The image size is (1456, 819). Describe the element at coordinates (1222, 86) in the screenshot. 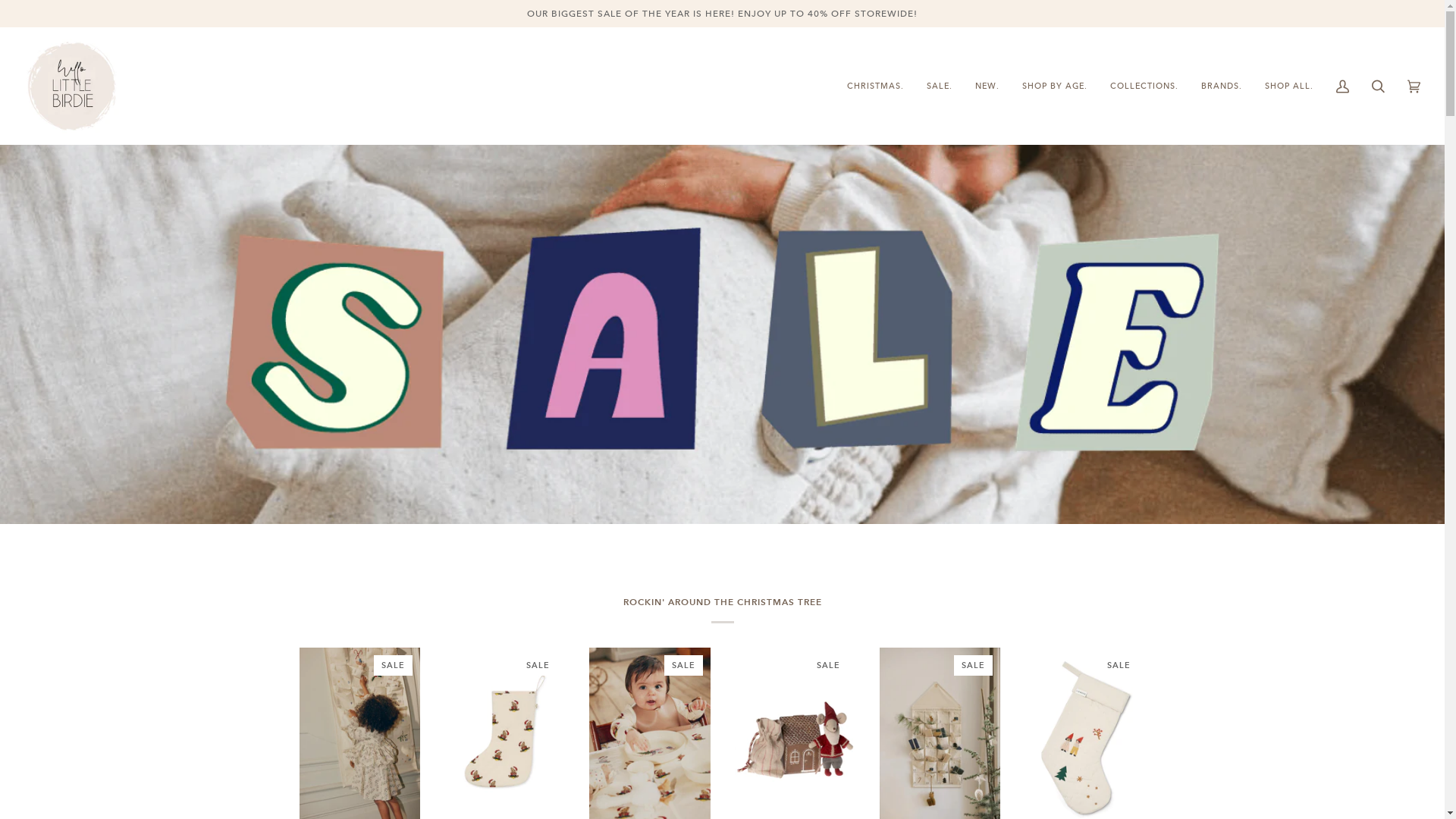

I see `'BRANDS.'` at that location.